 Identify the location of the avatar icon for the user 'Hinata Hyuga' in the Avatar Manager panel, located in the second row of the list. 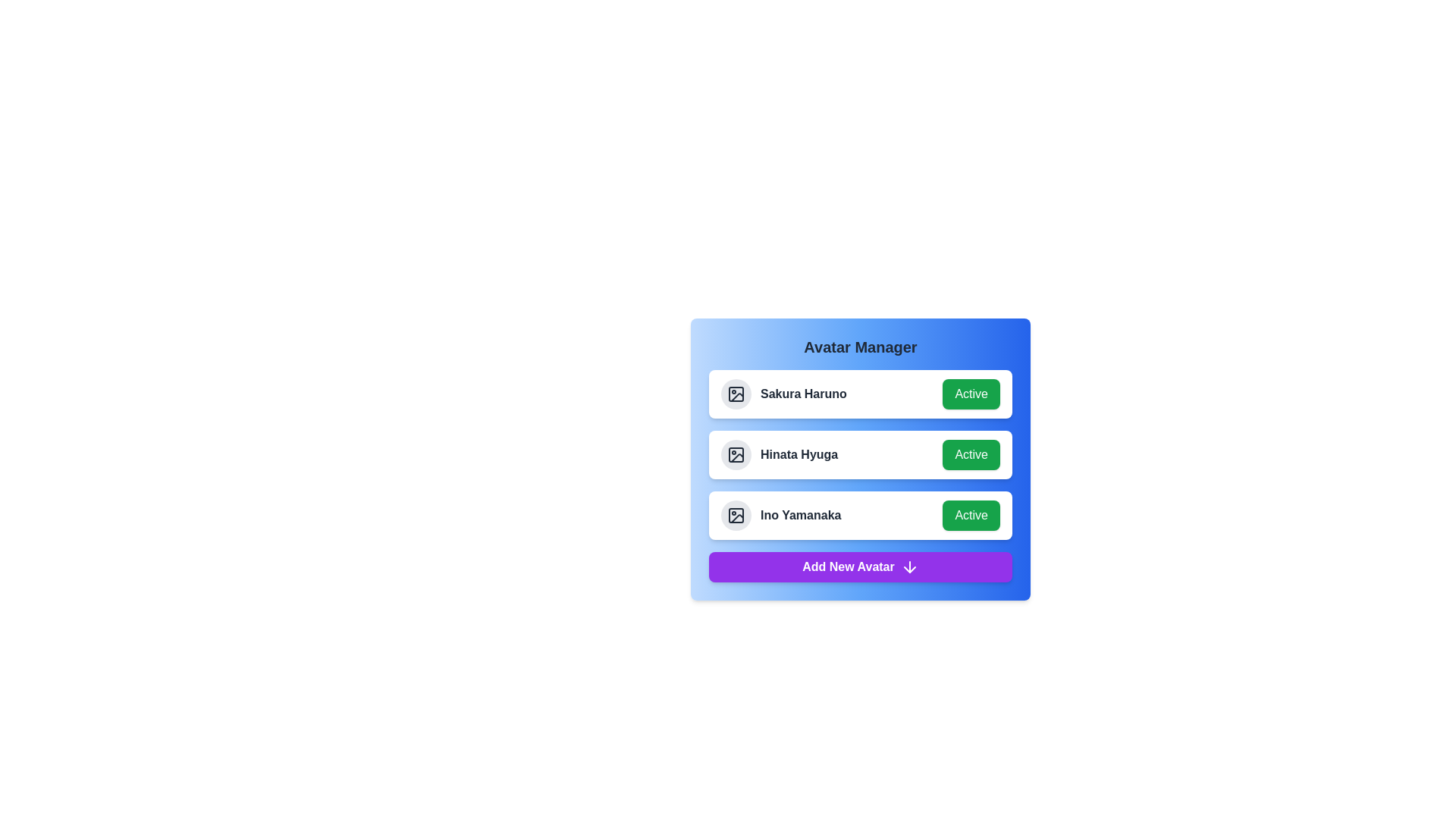
(736, 454).